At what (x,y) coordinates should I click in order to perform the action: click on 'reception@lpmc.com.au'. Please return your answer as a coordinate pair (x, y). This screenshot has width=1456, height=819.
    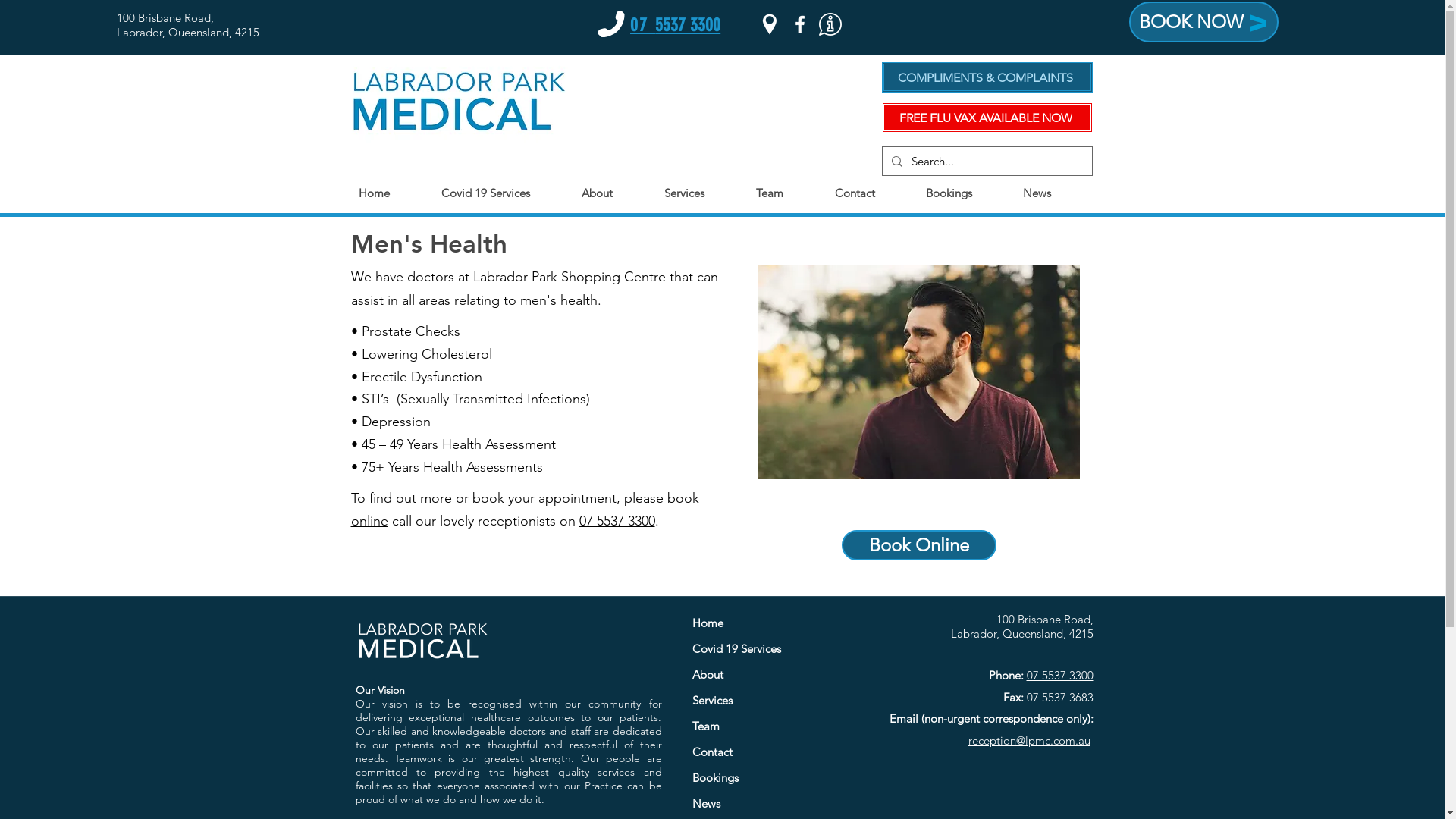
    Looking at the image, I should click on (967, 739).